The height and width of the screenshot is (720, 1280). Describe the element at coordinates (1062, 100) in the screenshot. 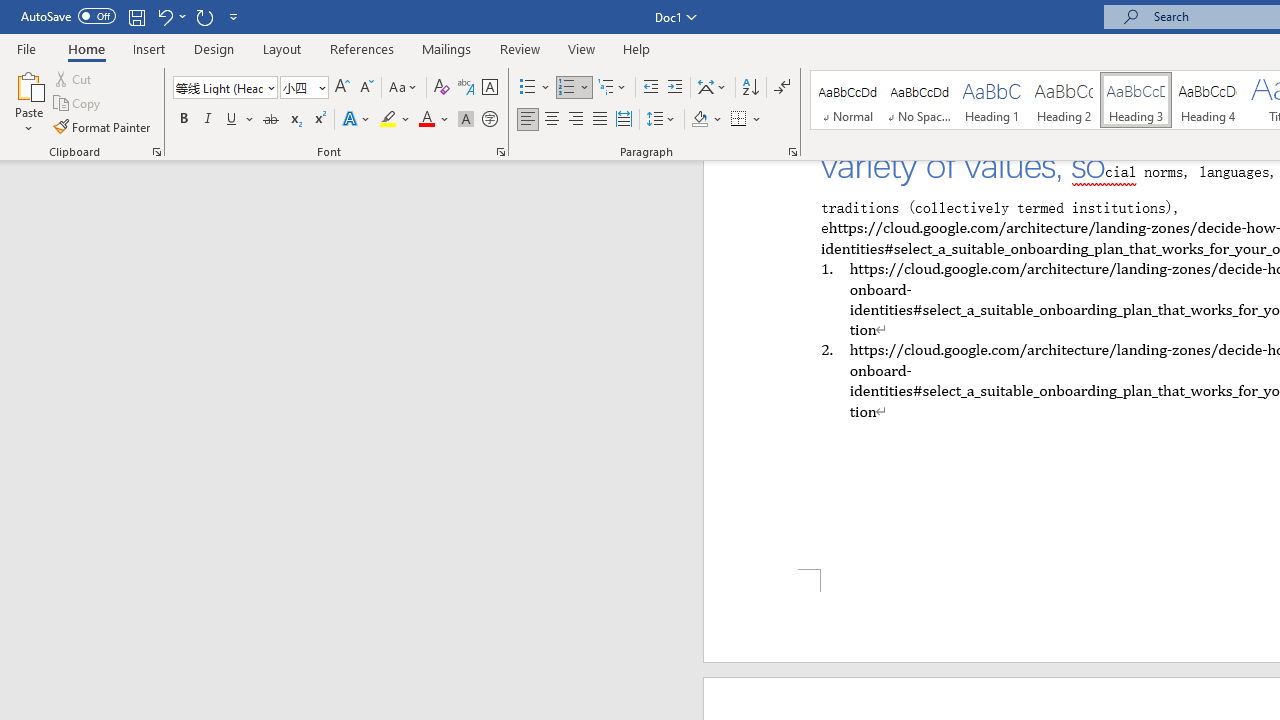

I see `'Heading 2'` at that location.